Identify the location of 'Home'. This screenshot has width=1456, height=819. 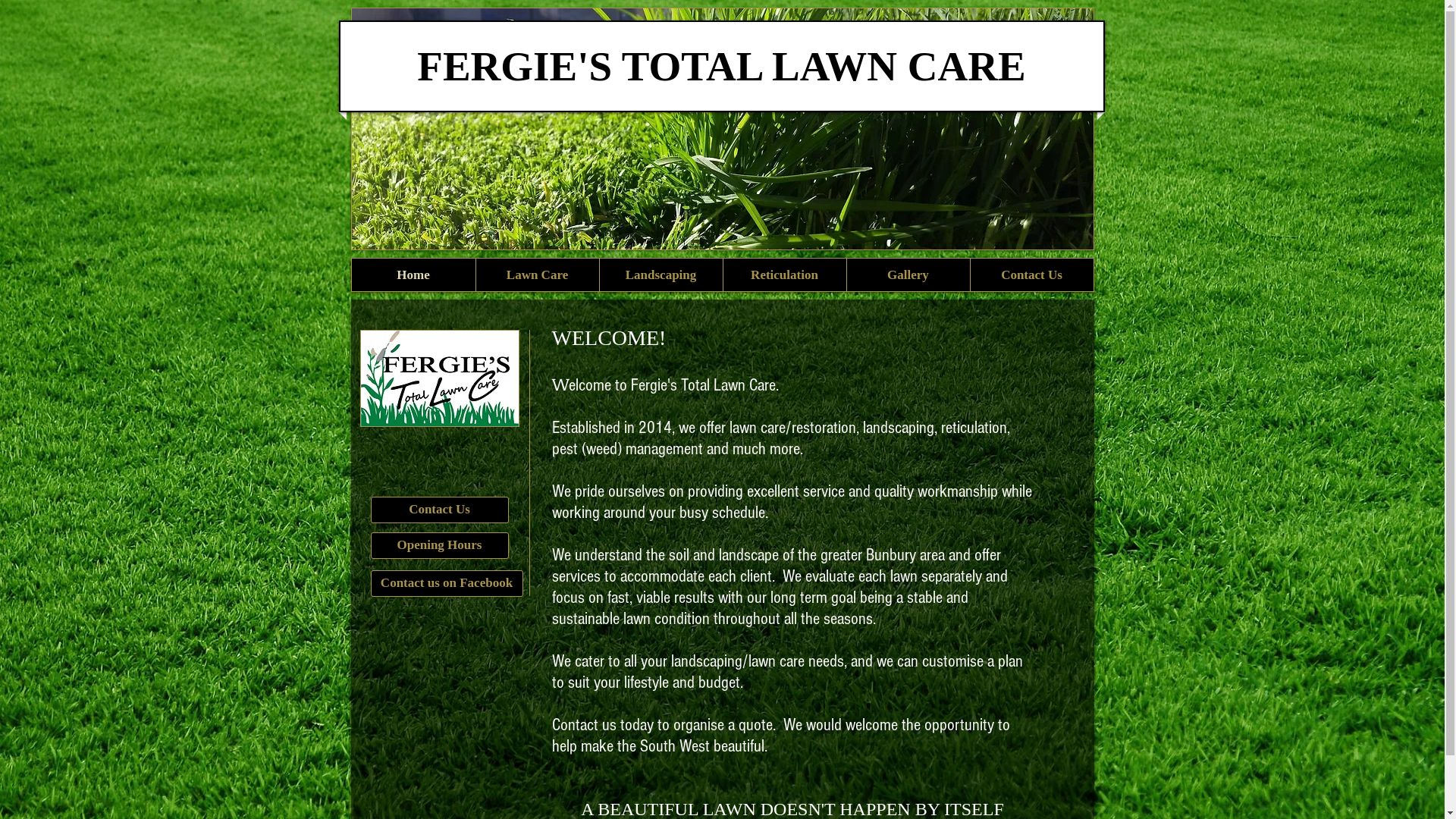
(413, 275).